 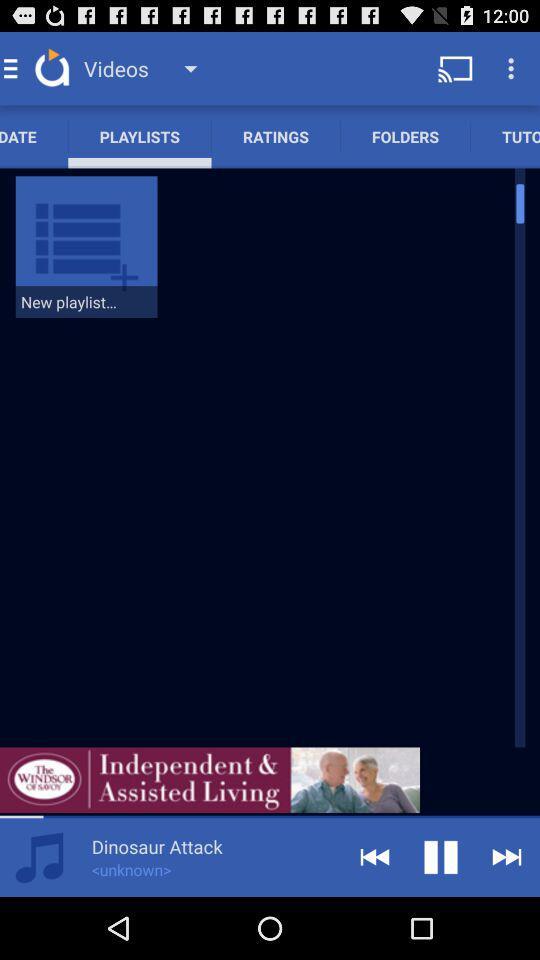 What do you see at coordinates (374, 856) in the screenshot?
I see `go back option on the bottom of the page` at bounding box center [374, 856].